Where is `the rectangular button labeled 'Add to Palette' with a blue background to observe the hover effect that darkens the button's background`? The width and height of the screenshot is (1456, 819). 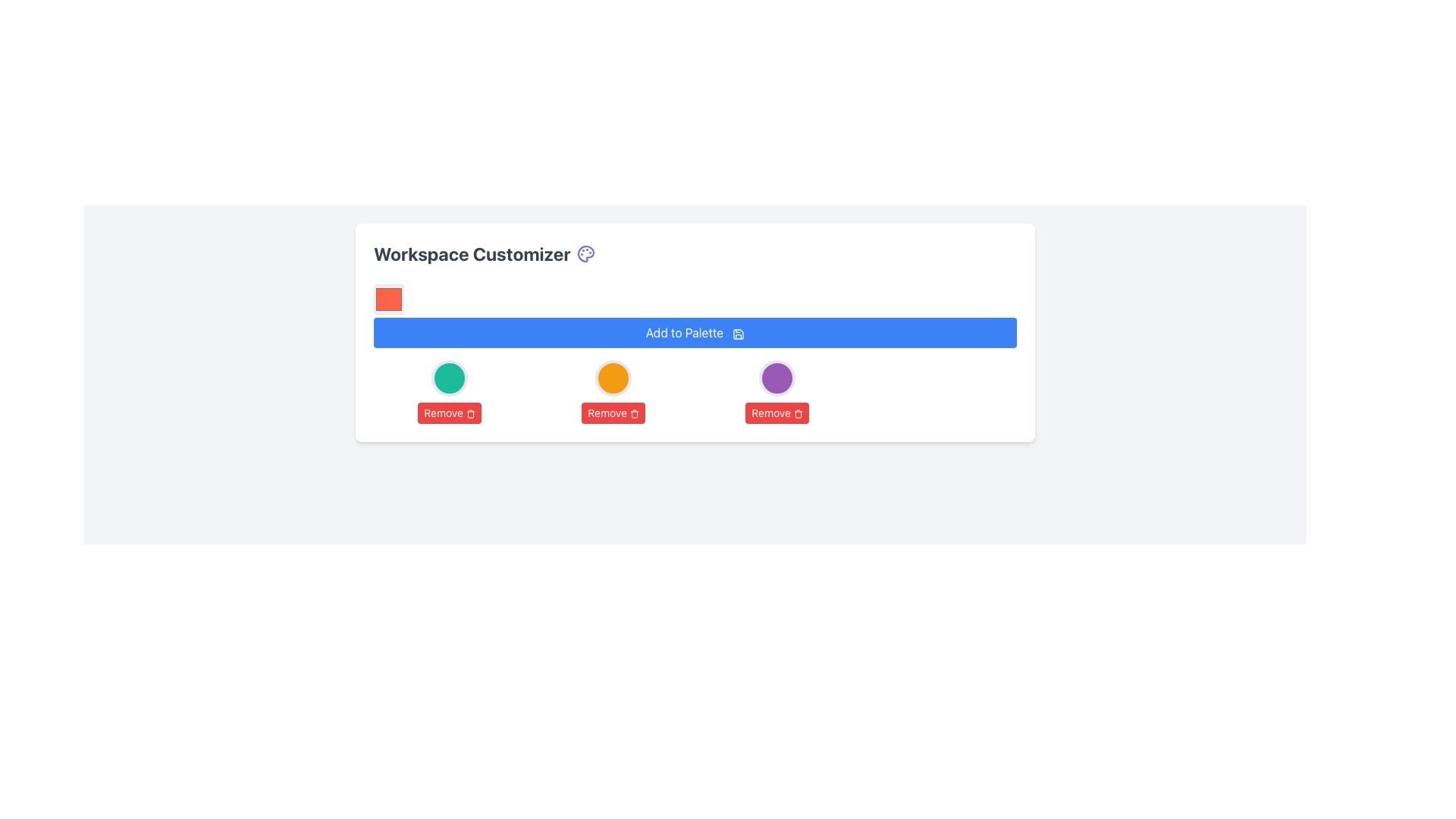 the rectangular button labeled 'Add to Palette' with a blue background to observe the hover effect that darkens the button's background is located at coordinates (694, 332).